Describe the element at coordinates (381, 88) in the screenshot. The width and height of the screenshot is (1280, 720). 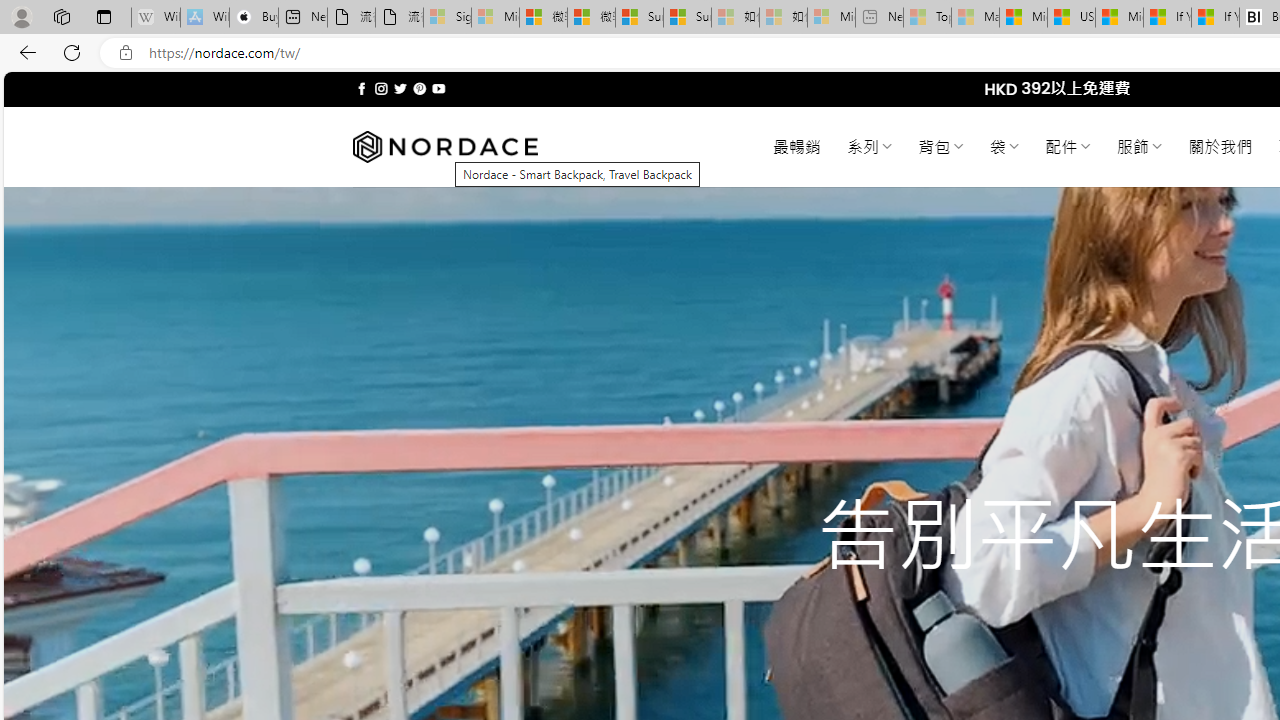
I see `'Follow on Instagram'` at that location.